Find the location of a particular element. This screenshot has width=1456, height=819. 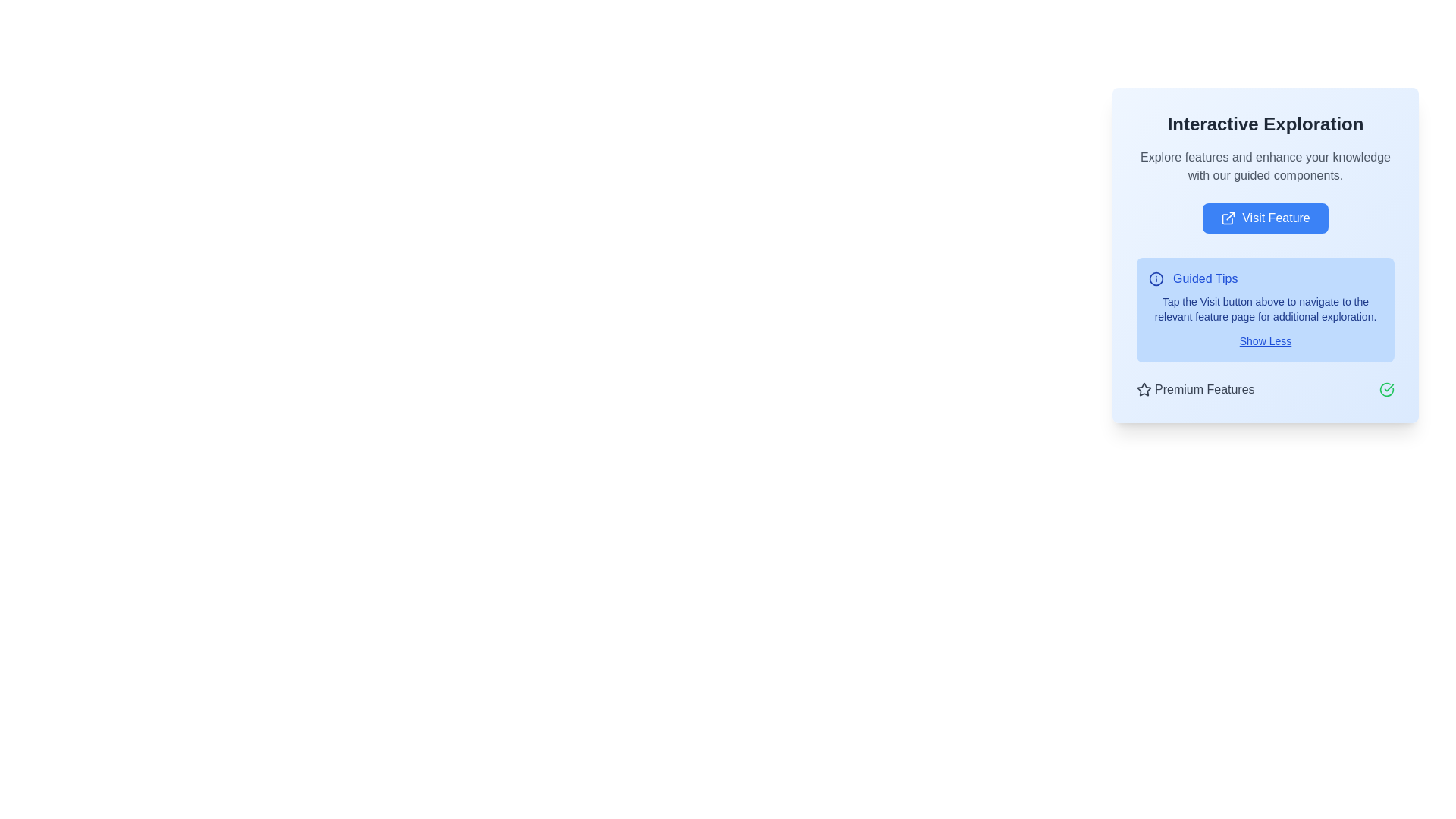

the circular, blue-bordered icon containing the letter 'i', which is positioned to the left of the 'Guided Tips' text, for contextual information is located at coordinates (1156, 278).